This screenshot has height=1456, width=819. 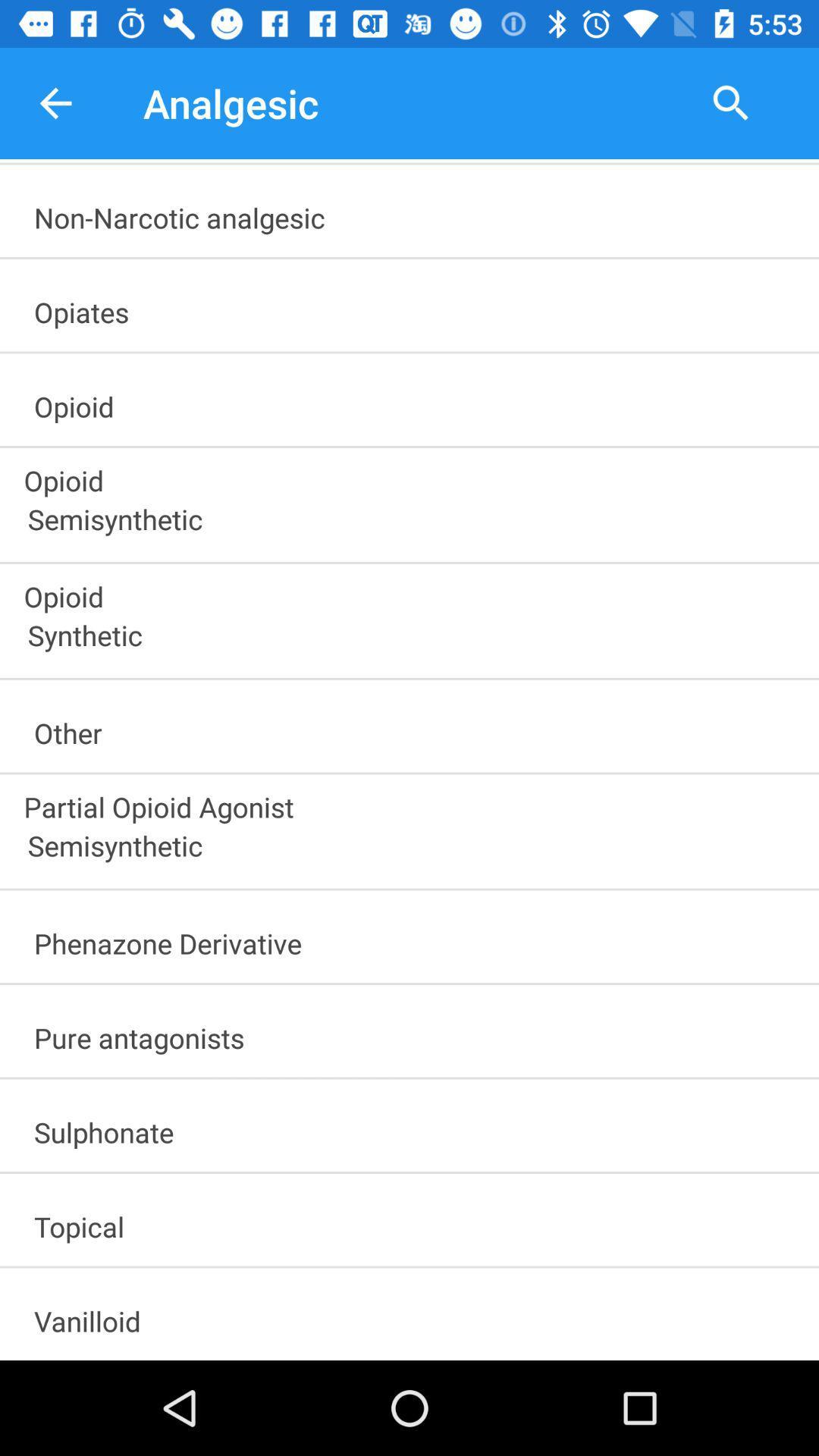 What do you see at coordinates (416, 640) in the screenshot?
I see `the synthetic item` at bounding box center [416, 640].